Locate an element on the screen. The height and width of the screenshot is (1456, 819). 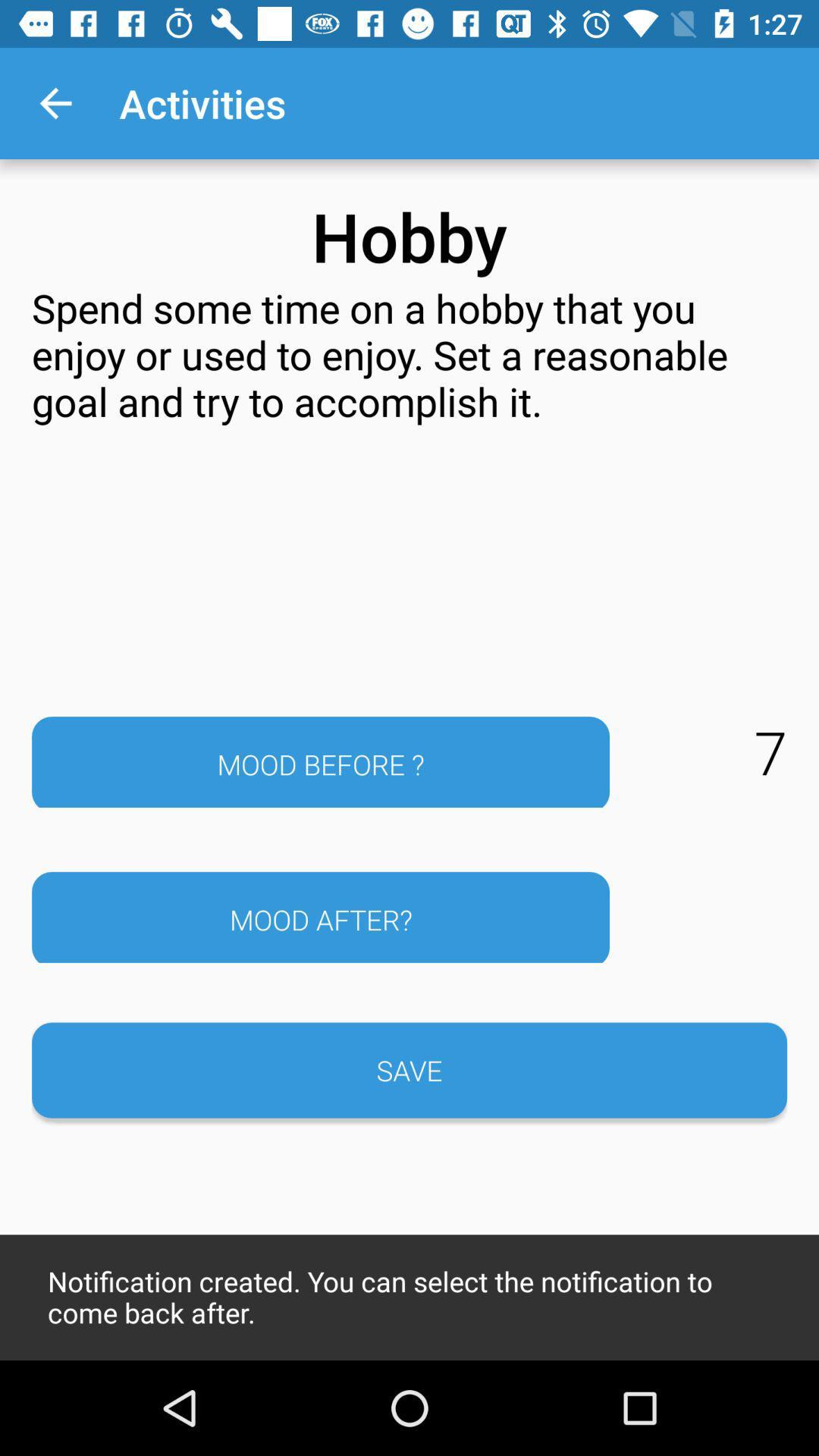
save icon is located at coordinates (409, 1069).